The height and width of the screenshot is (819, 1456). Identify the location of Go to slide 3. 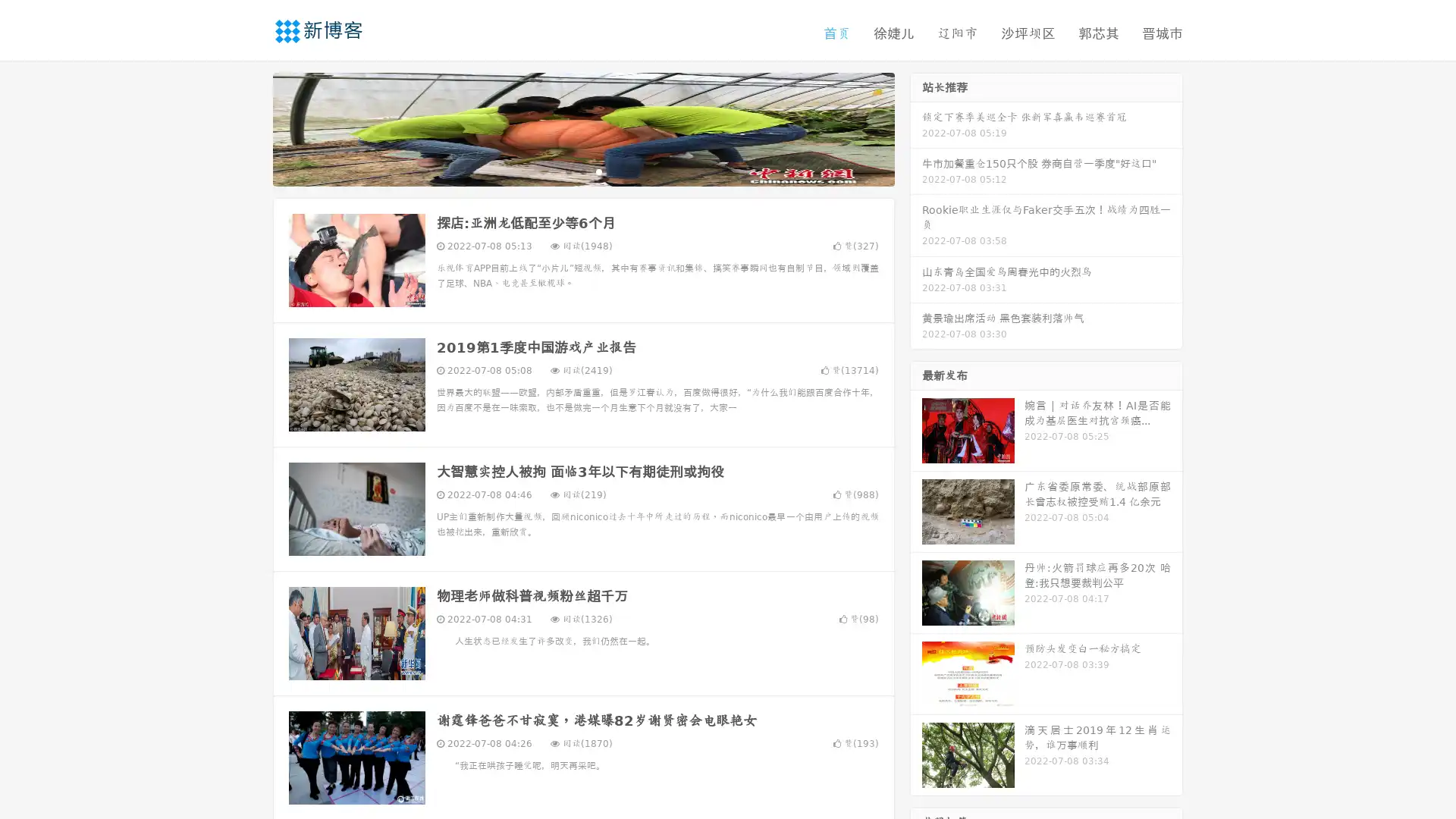
(598, 171).